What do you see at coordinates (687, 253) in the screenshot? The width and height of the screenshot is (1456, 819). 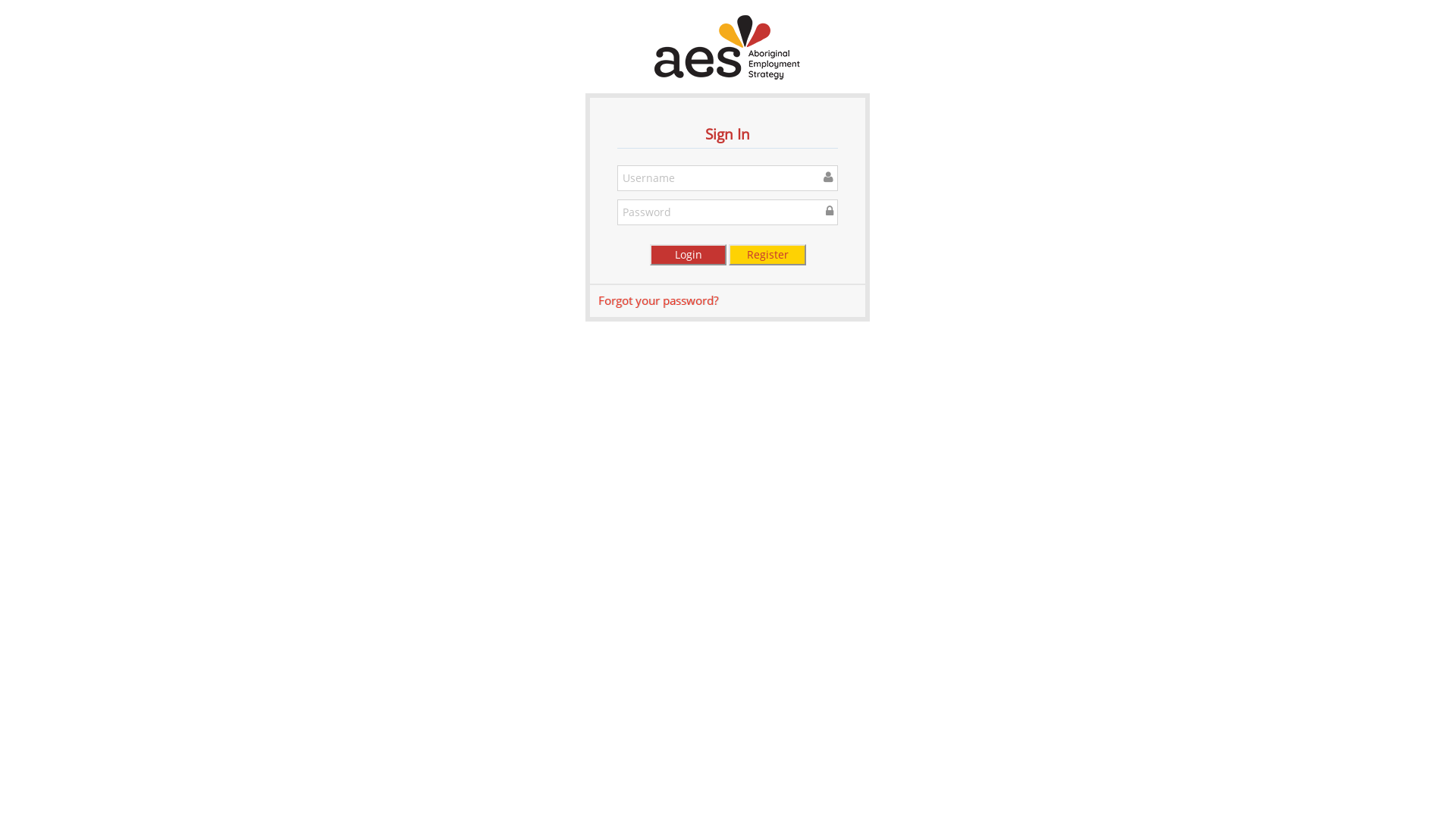 I see `'Login'` at bounding box center [687, 253].